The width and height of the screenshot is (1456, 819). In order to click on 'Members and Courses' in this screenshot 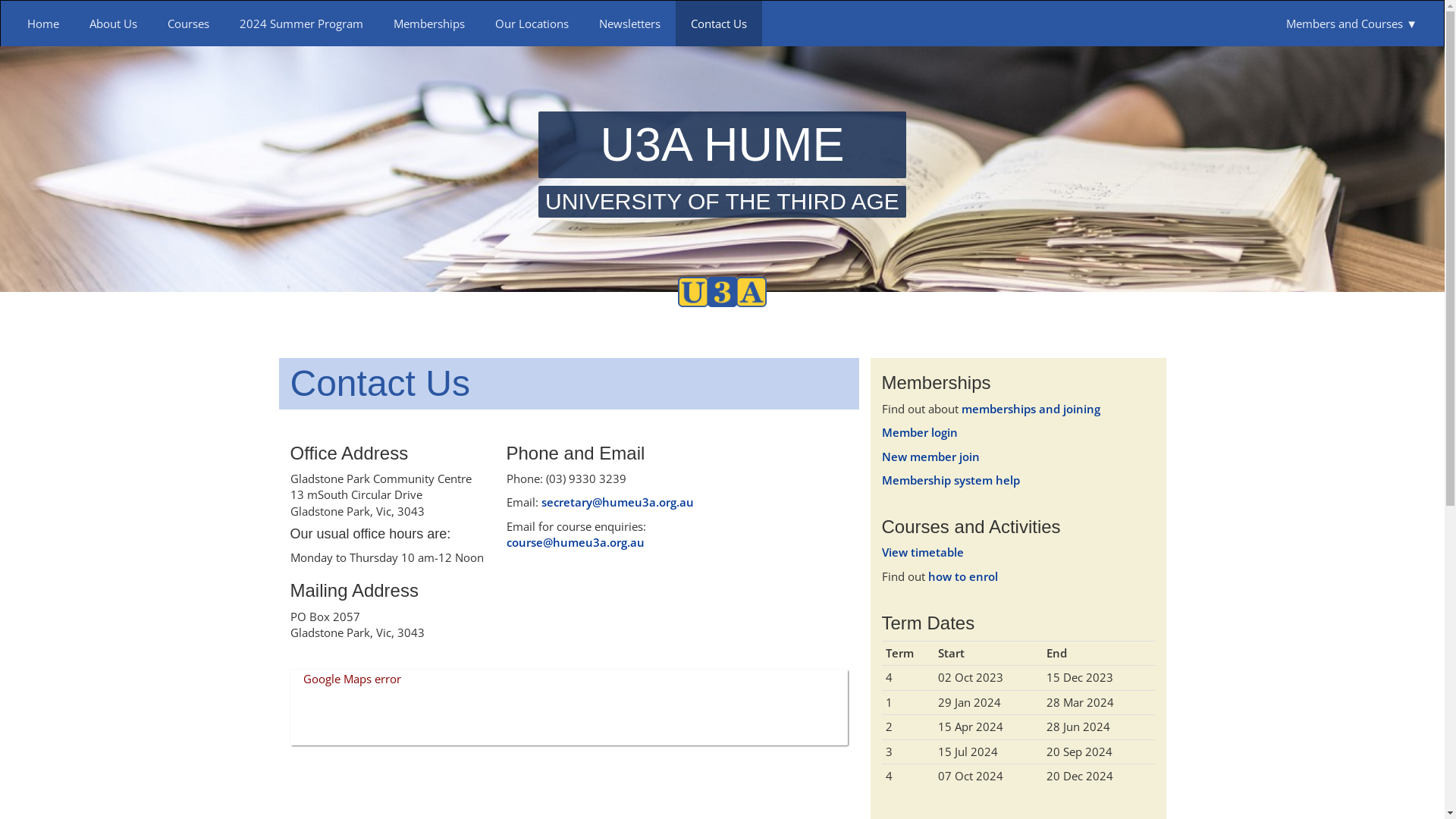, I will do `click(1351, 23)`.